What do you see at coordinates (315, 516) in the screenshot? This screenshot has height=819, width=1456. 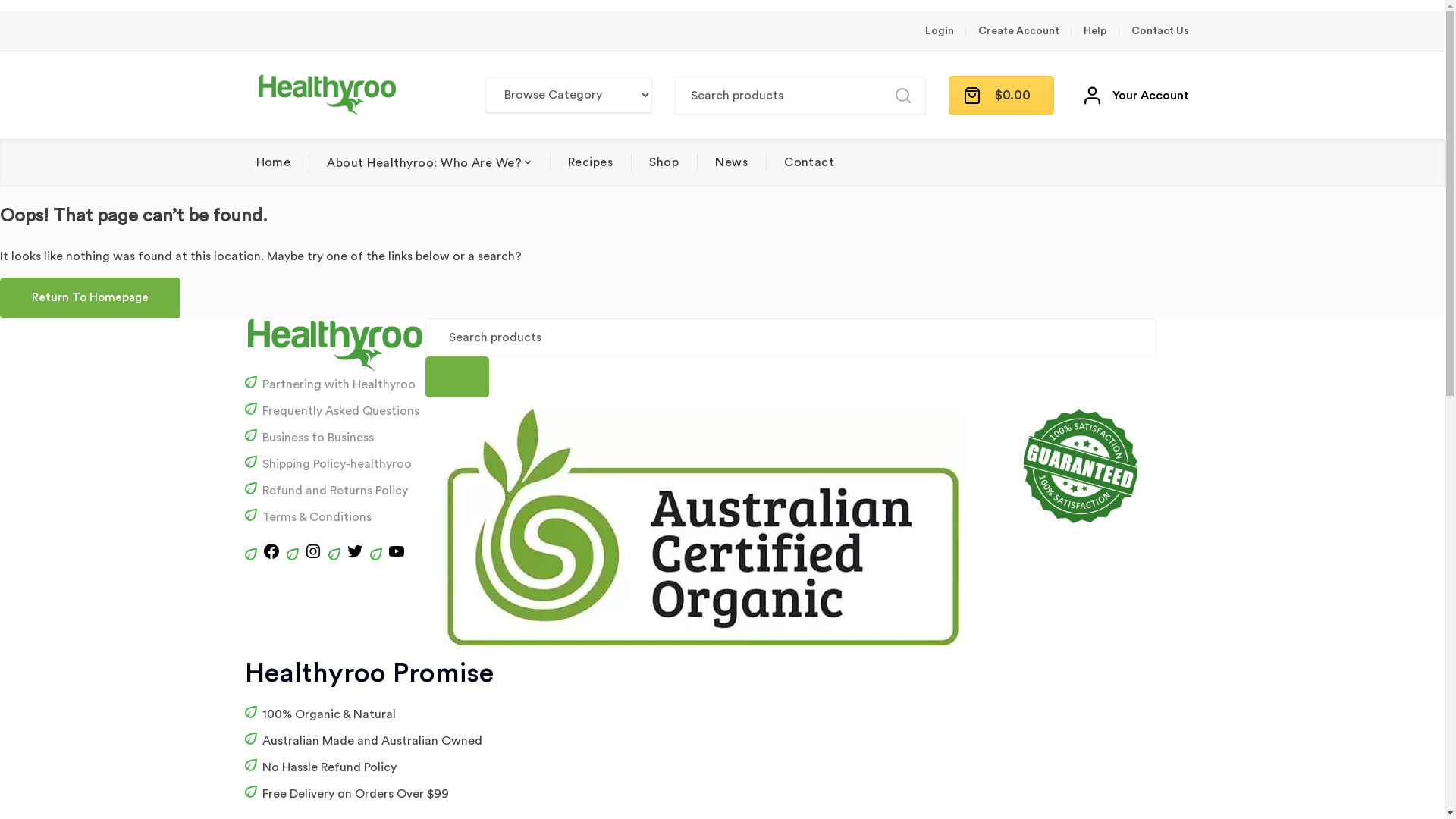 I see `'Terms & Conditions'` at bounding box center [315, 516].